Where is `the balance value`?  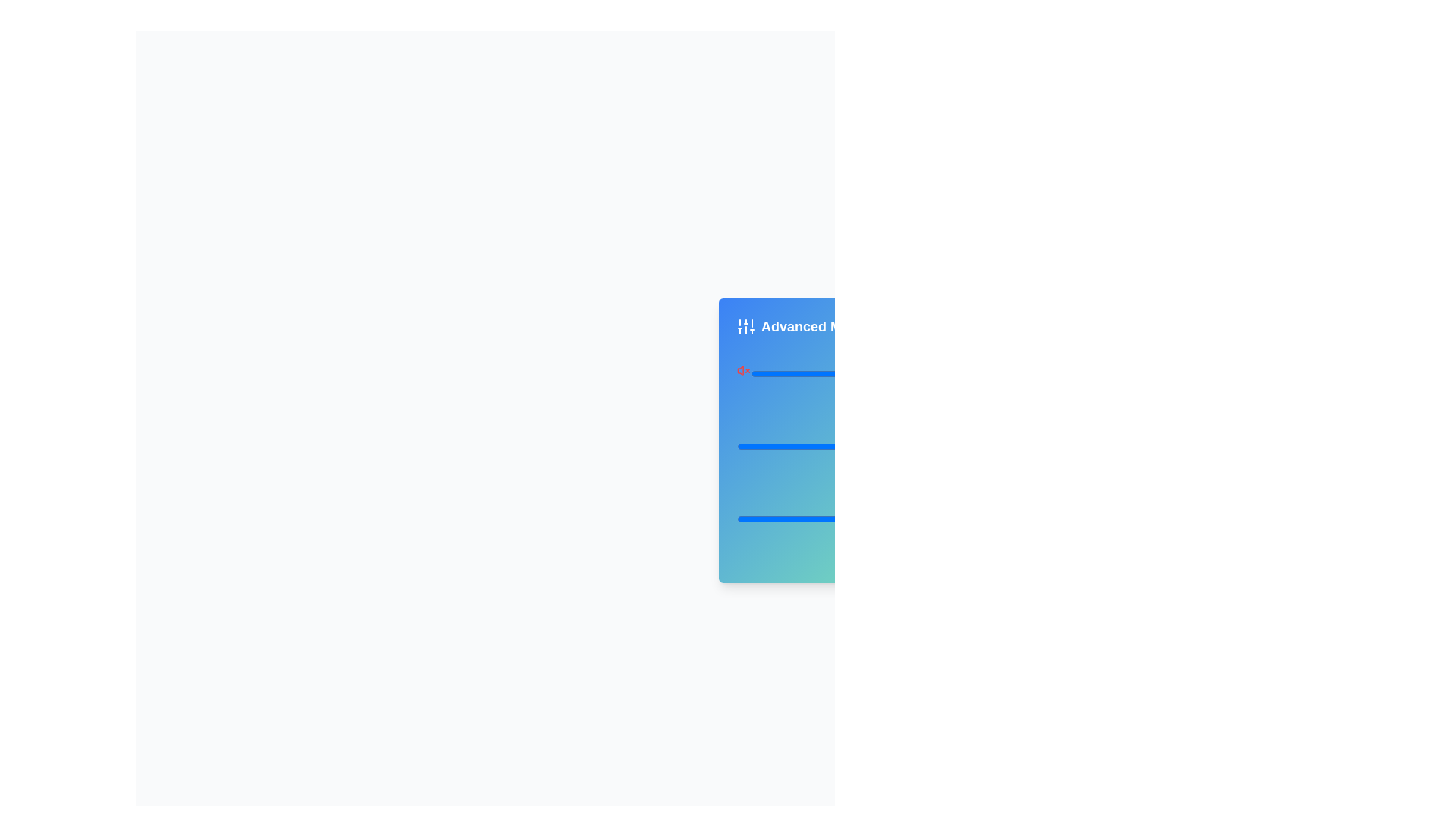
the balance value is located at coordinates (963, 446).